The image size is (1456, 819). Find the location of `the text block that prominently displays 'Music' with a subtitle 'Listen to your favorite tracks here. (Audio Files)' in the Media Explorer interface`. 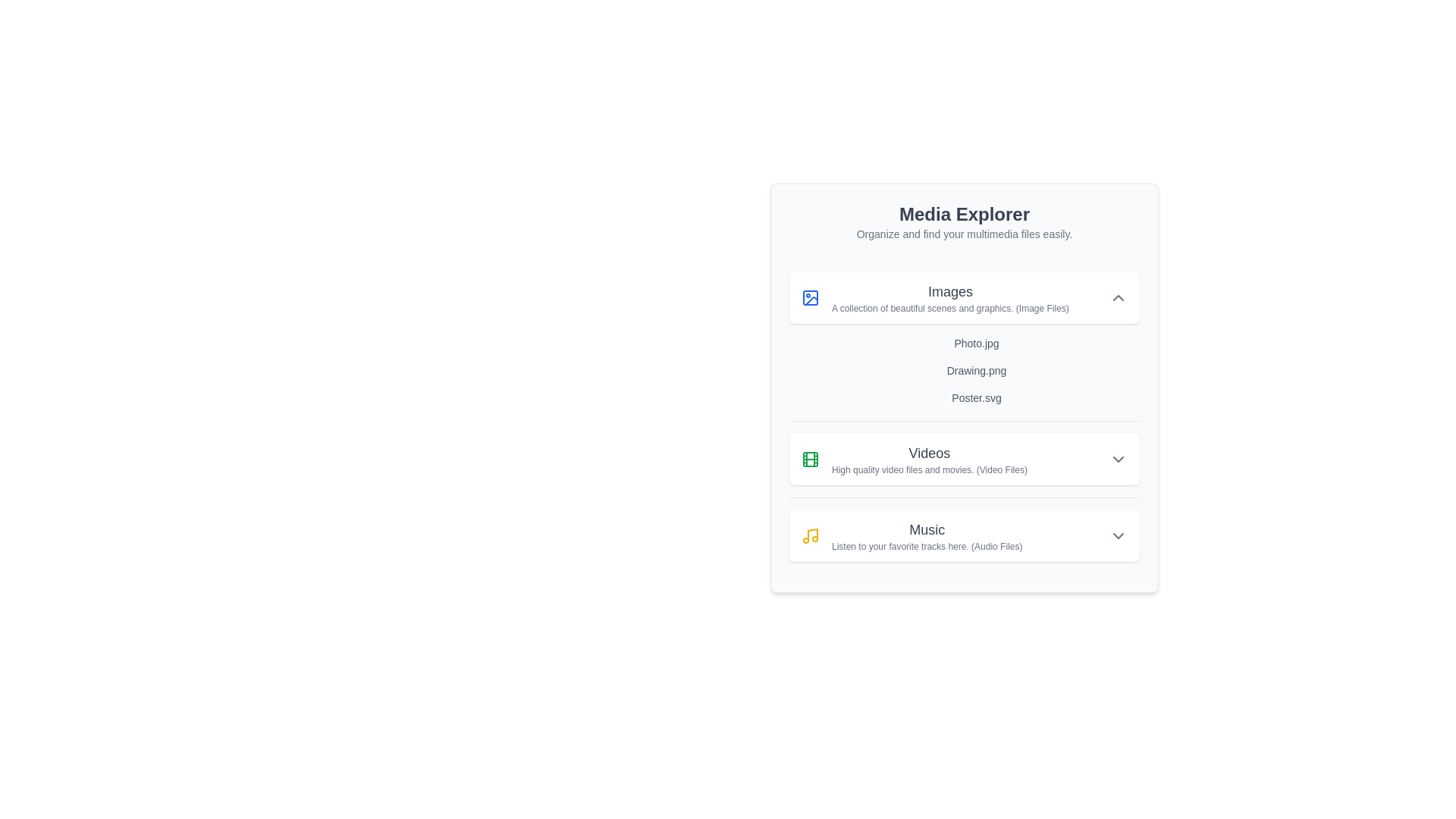

the text block that prominently displays 'Music' with a subtitle 'Listen to your favorite tracks here. (Audio Files)' in the Media Explorer interface is located at coordinates (926, 535).